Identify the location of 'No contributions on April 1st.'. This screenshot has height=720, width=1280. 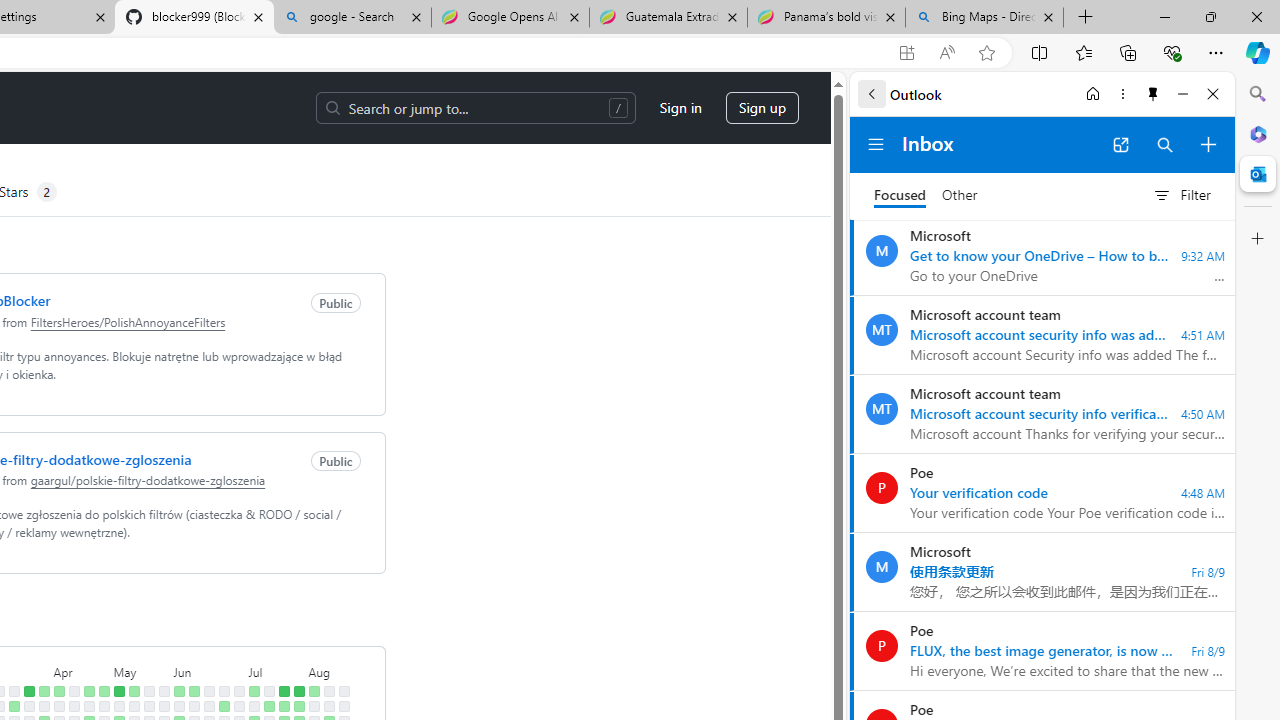
(44, 705).